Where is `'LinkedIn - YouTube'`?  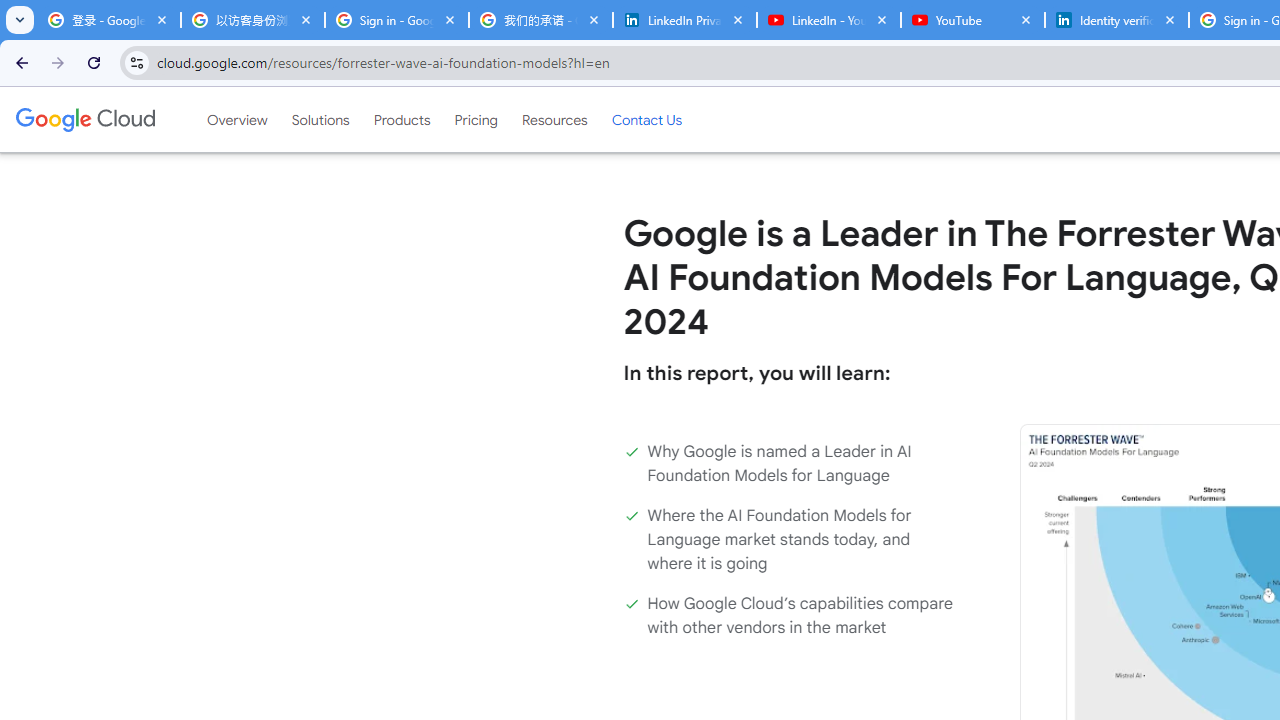 'LinkedIn - YouTube' is located at coordinates (828, 20).